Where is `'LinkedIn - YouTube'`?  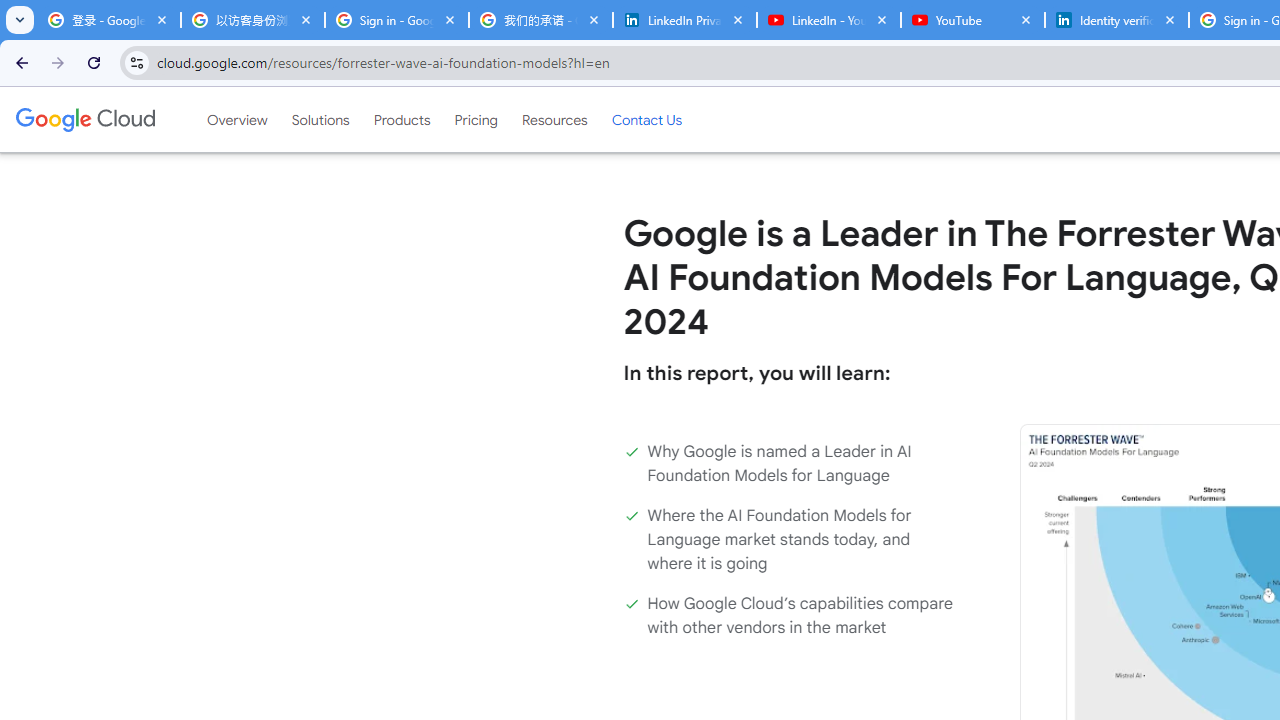 'LinkedIn - YouTube' is located at coordinates (828, 20).